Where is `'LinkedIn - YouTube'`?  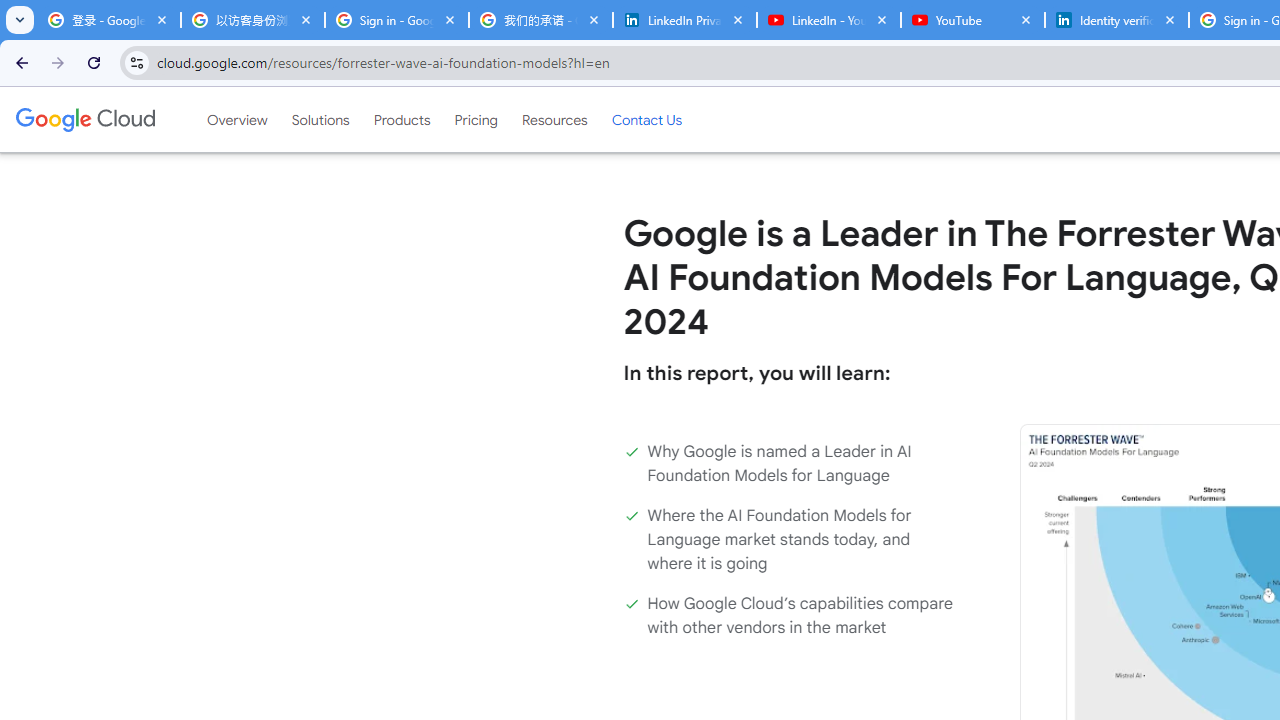 'LinkedIn - YouTube' is located at coordinates (828, 20).